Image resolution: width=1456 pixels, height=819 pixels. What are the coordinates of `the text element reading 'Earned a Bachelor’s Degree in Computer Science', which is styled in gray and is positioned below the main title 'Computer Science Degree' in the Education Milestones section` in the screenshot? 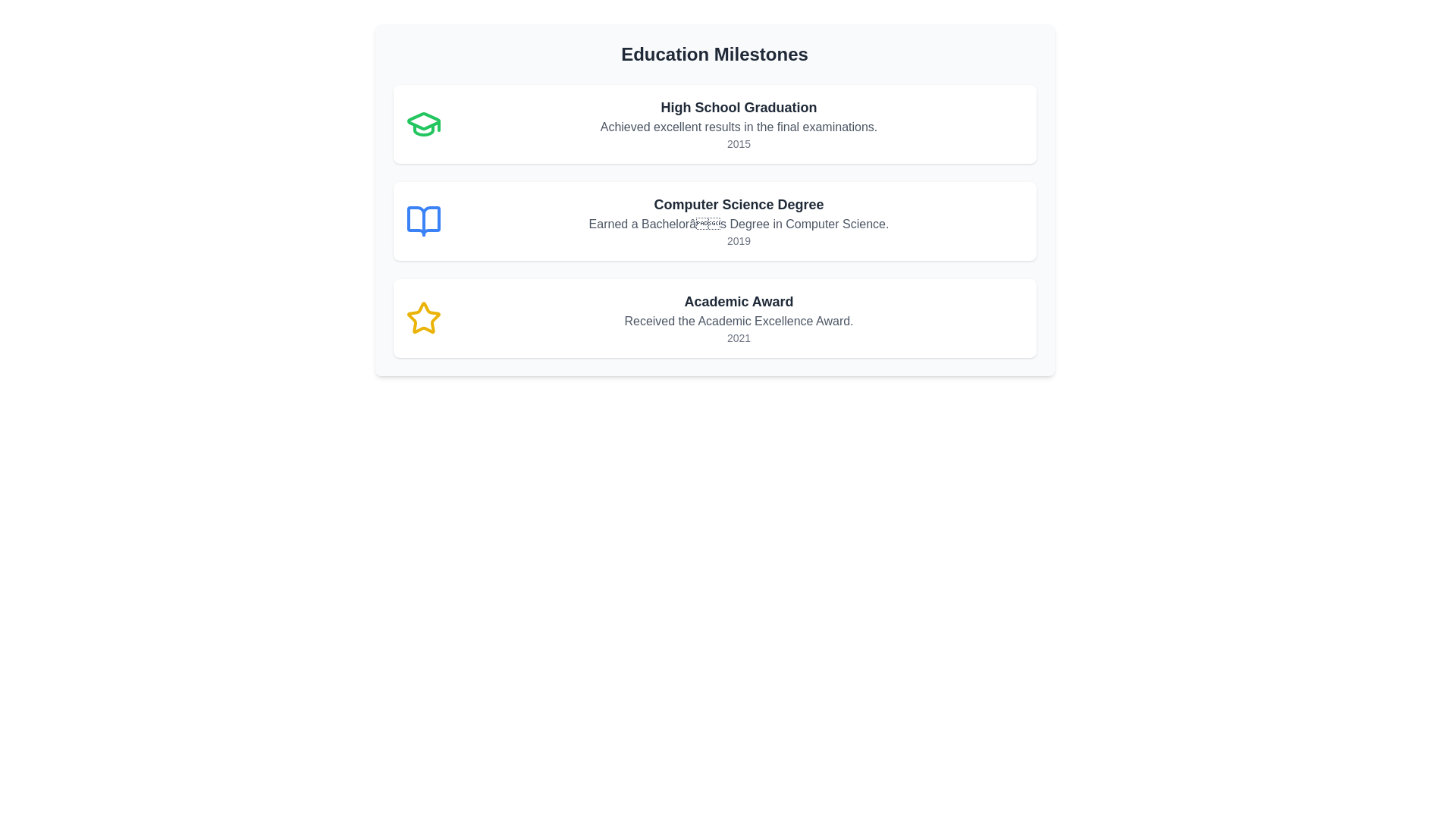 It's located at (739, 224).